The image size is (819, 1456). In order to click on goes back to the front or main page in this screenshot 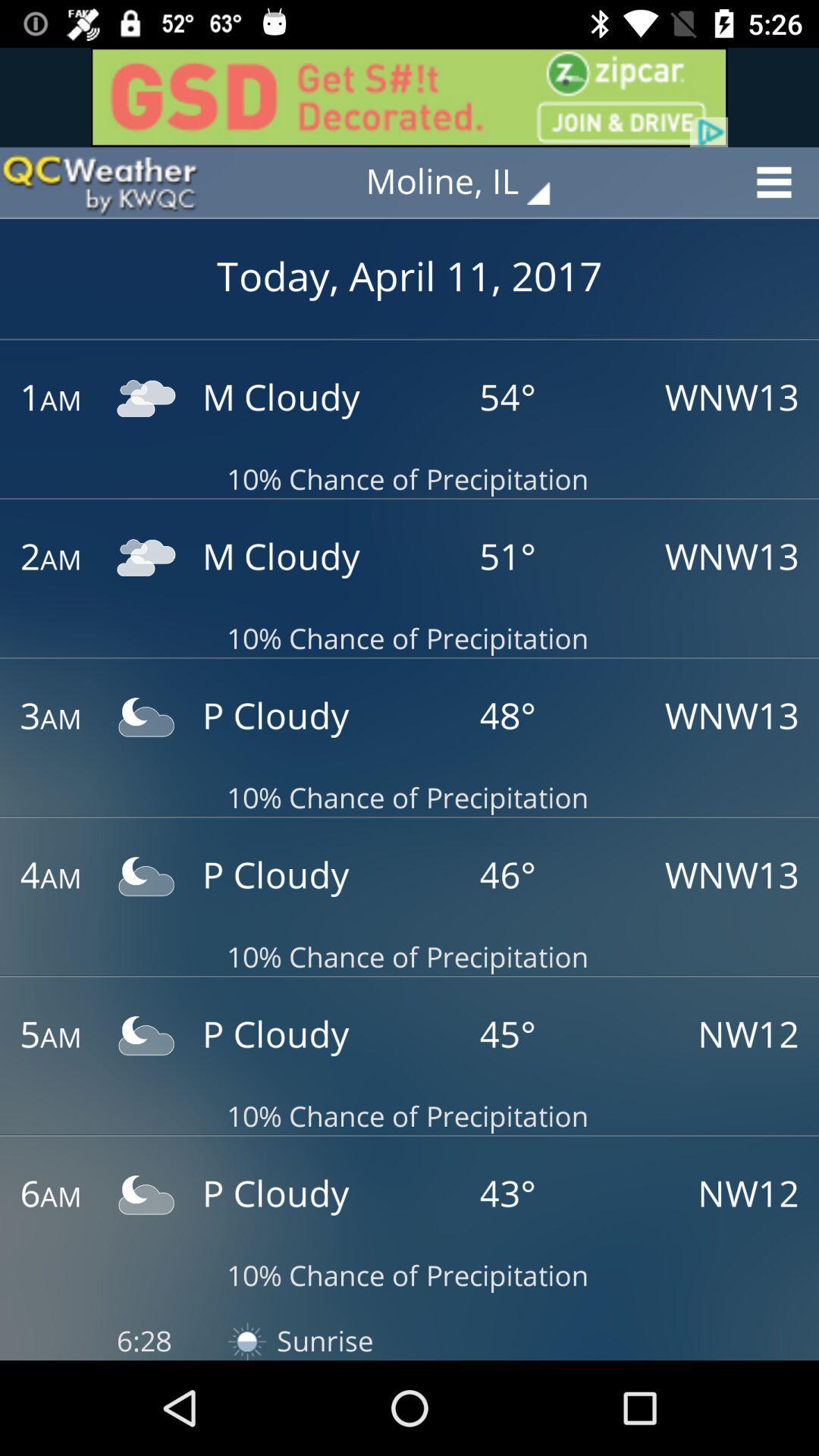, I will do `click(99, 182)`.